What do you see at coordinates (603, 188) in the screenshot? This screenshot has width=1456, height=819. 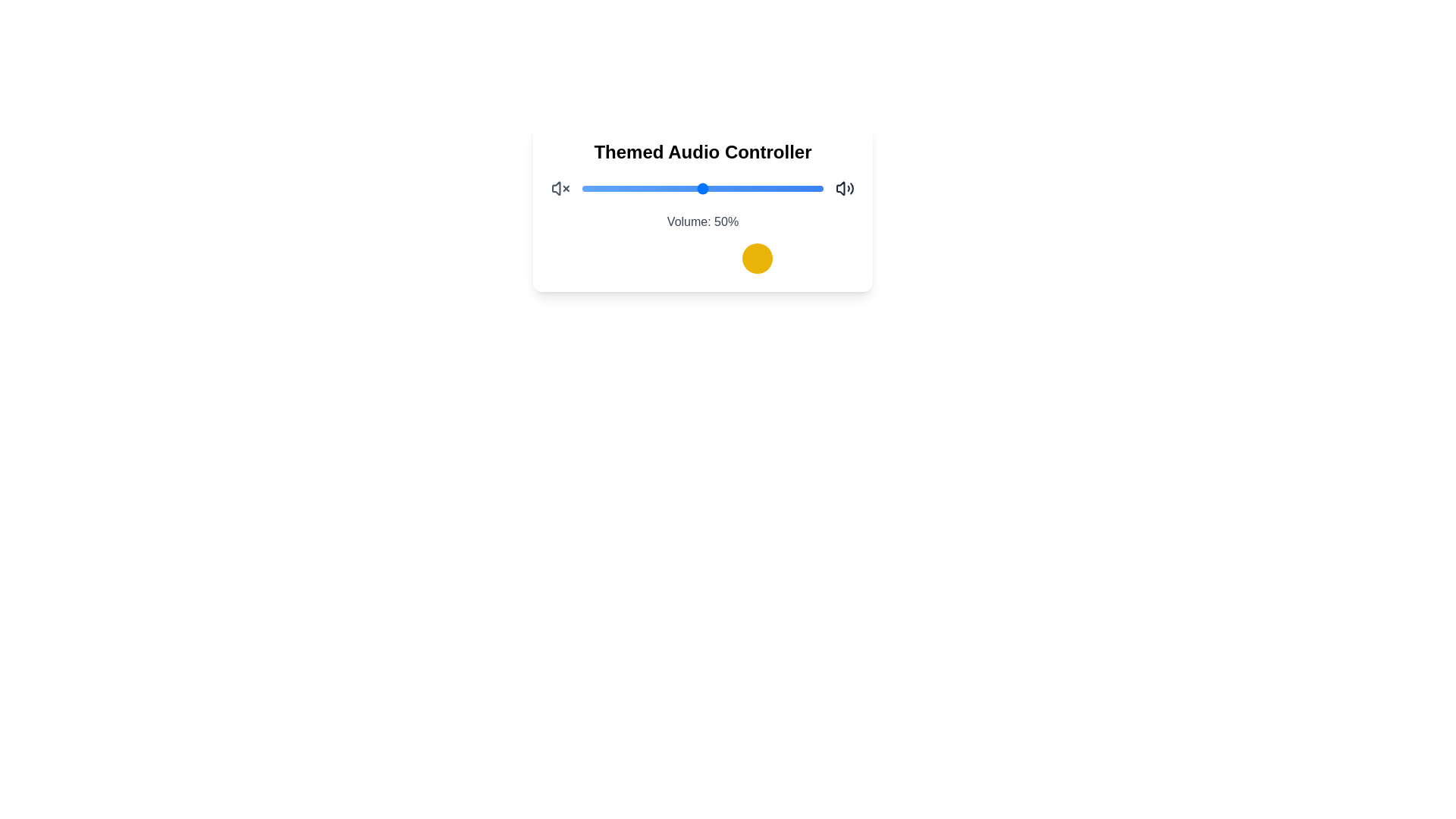 I see `the volume slider to set the volume to 9%` at bounding box center [603, 188].